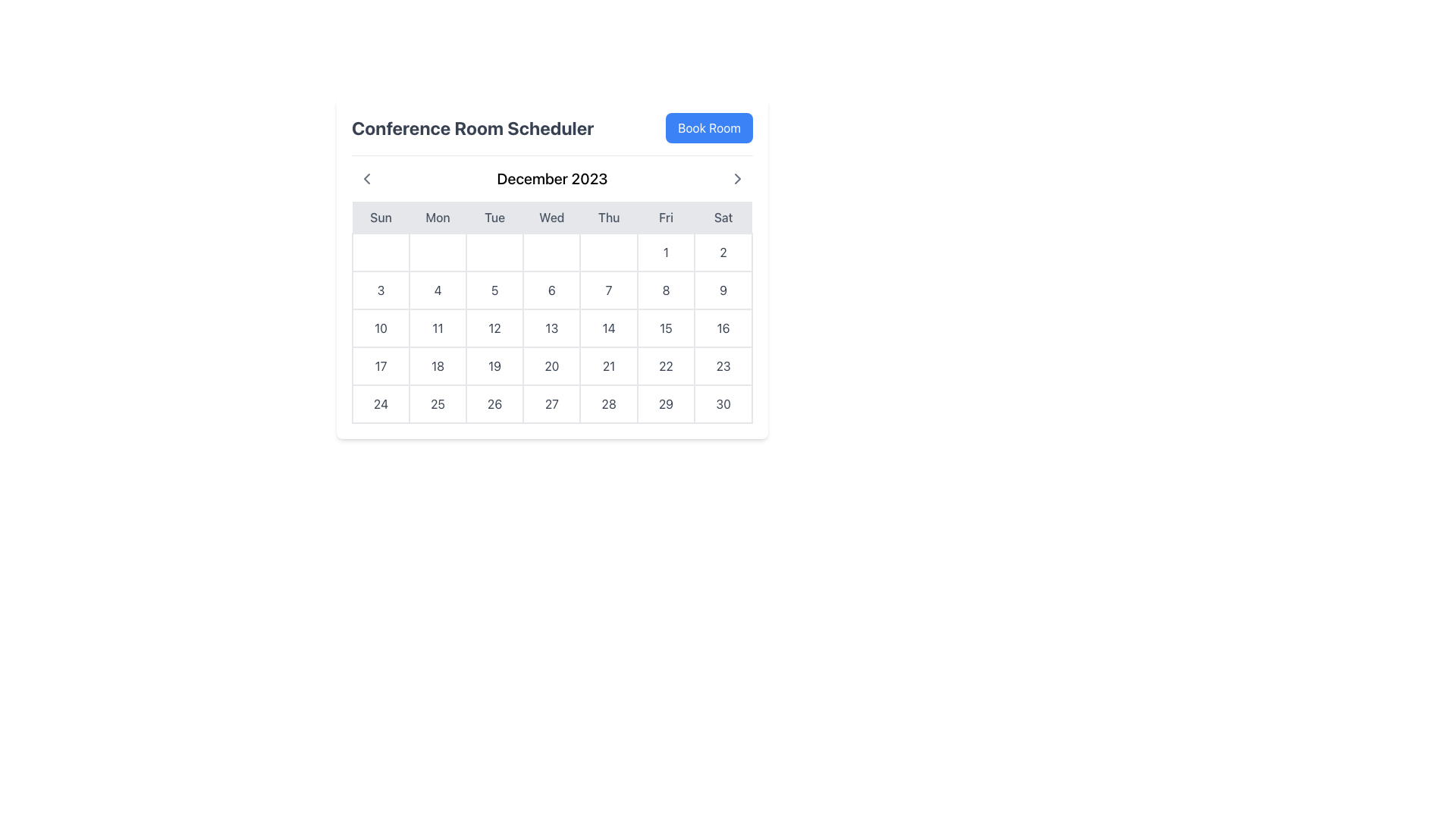 The width and height of the screenshot is (1456, 819). What do you see at coordinates (723, 290) in the screenshot?
I see `the button representing the 9th date on the calendar interface` at bounding box center [723, 290].